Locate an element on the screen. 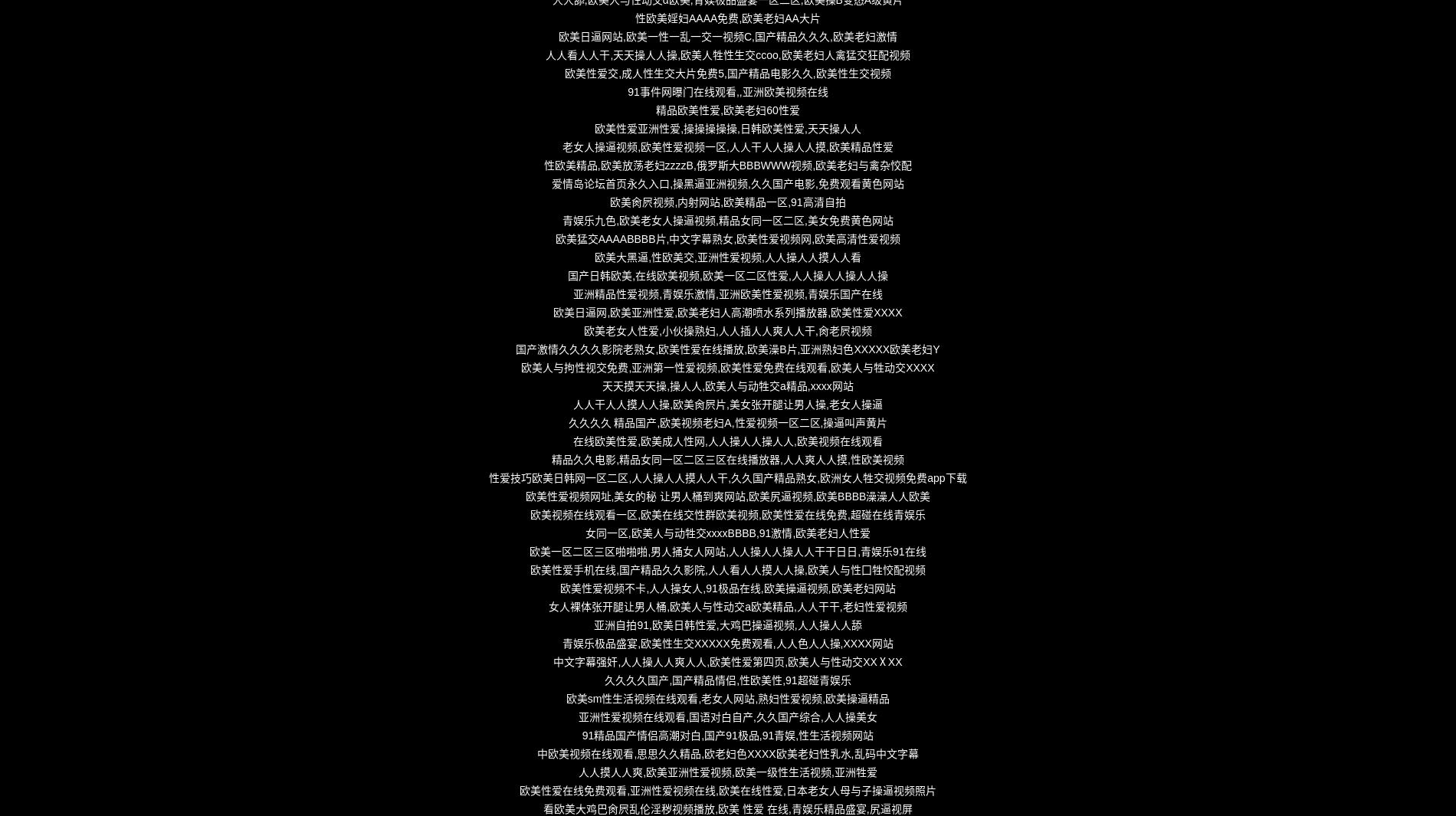 This screenshot has width=1456, height=816. '91事件网曝门在线观看,,亚洲欧美视频在线' is located at coordinates (726, 91).